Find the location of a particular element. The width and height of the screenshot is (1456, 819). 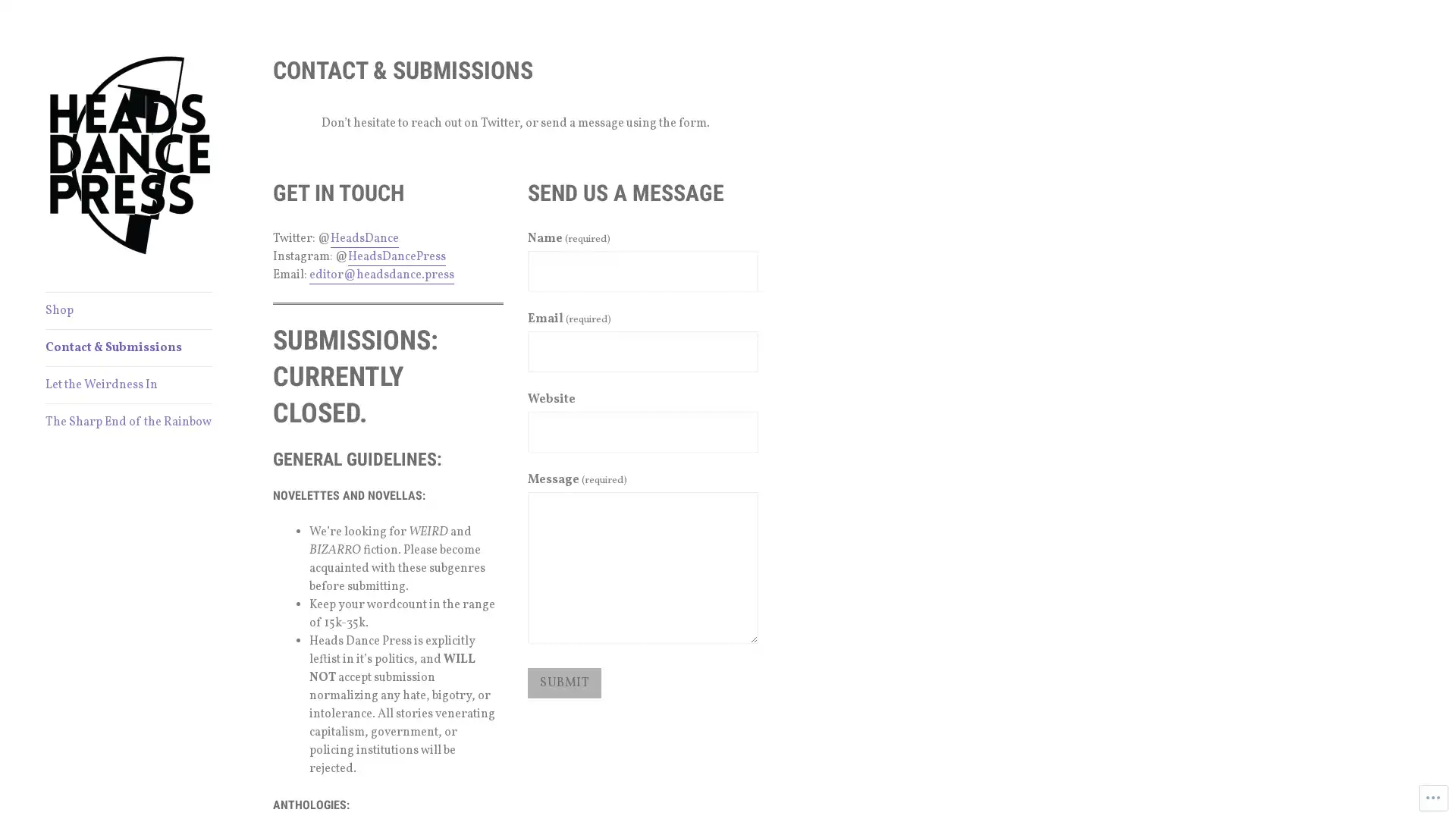

SUBMIT is located at coordinates (563, 681).